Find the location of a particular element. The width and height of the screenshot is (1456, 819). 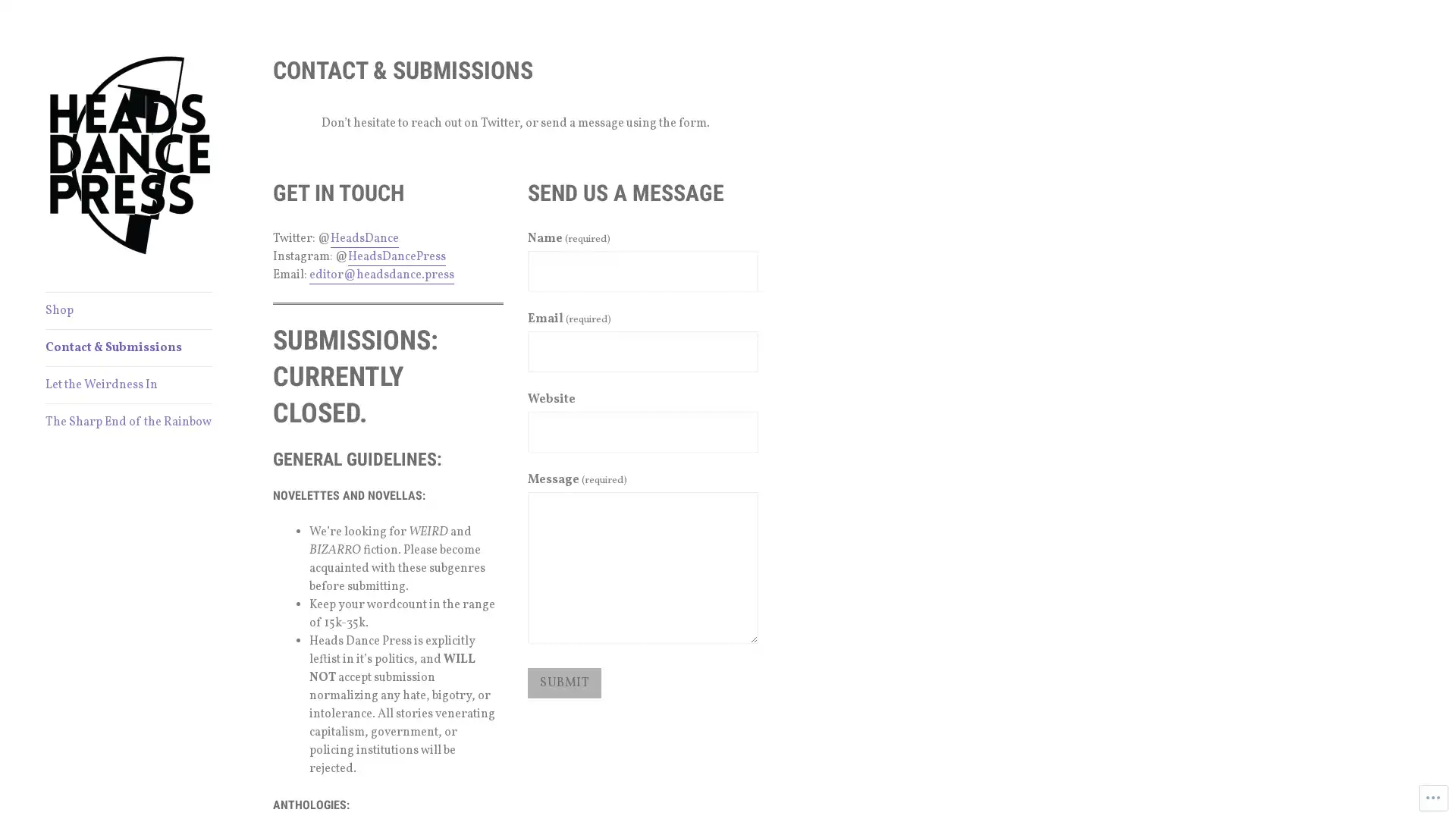

SUBMIT is located at coordinates (563, 681).